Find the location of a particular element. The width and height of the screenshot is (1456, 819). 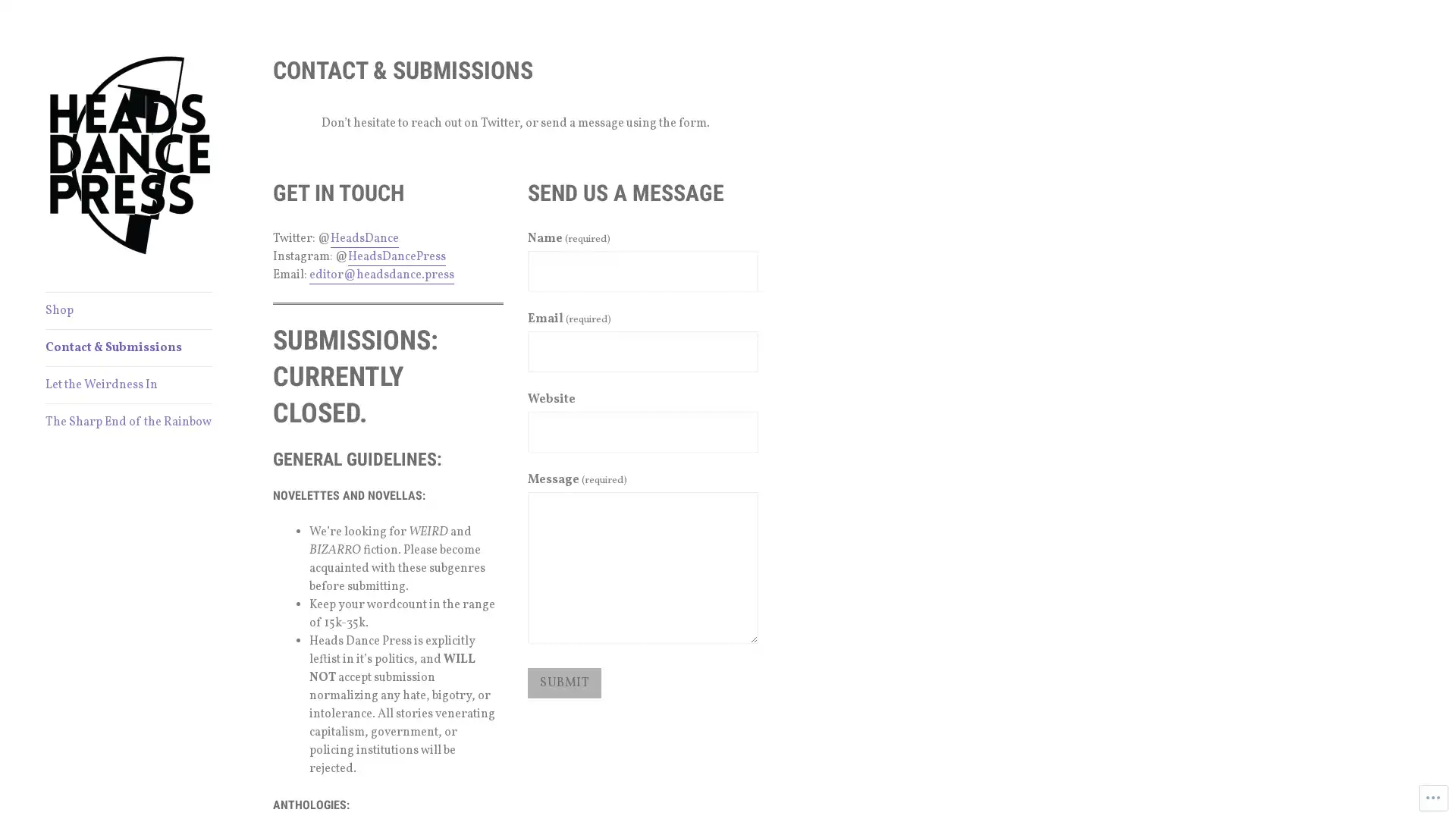

SUBMIT is located at coordinates (563, 681).